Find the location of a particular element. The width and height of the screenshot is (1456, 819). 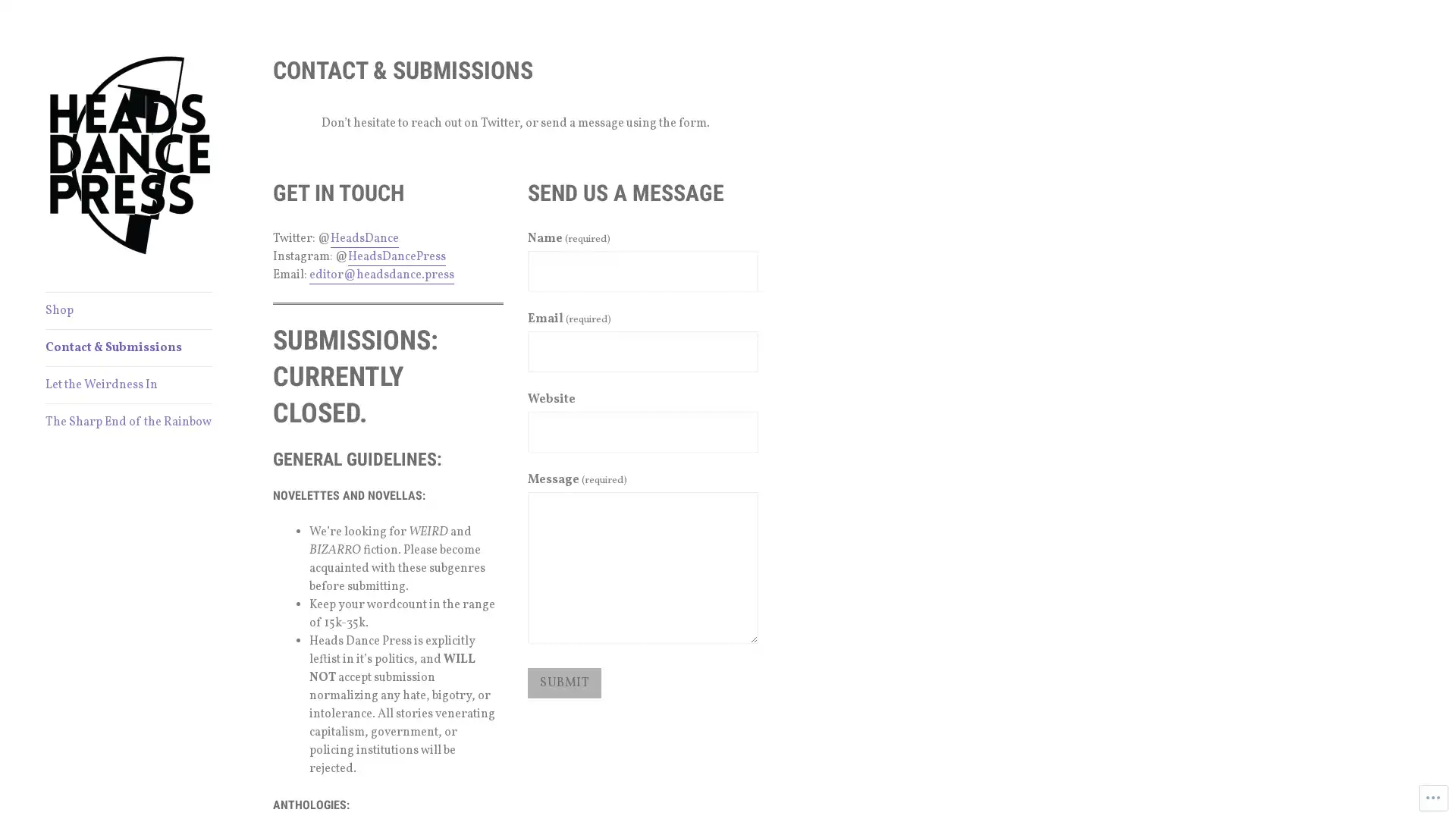

SUBMIT is located at coordinates (563, 681).